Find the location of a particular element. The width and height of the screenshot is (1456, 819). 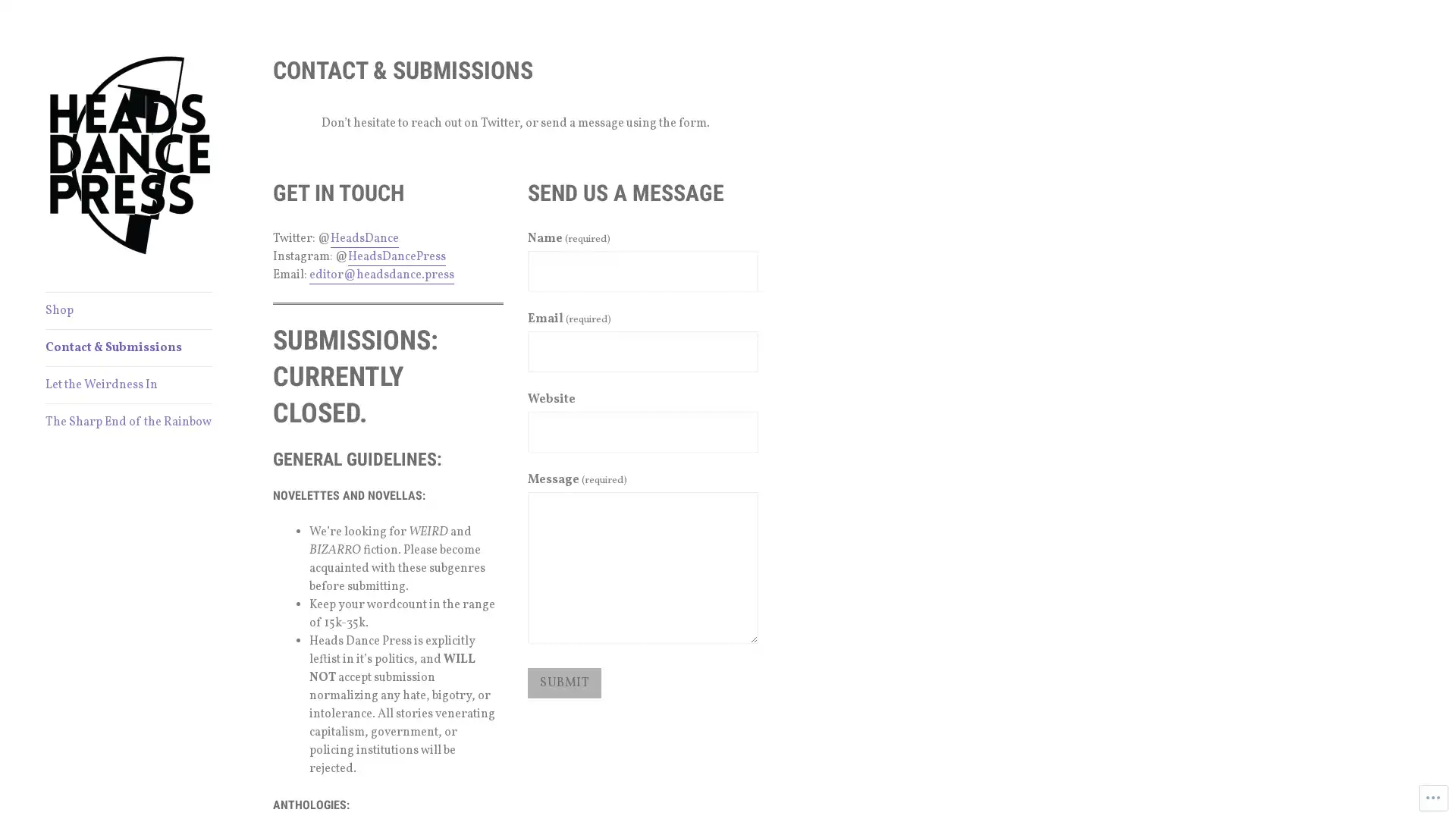

SUBMIT is located at coordinates (563, 681).